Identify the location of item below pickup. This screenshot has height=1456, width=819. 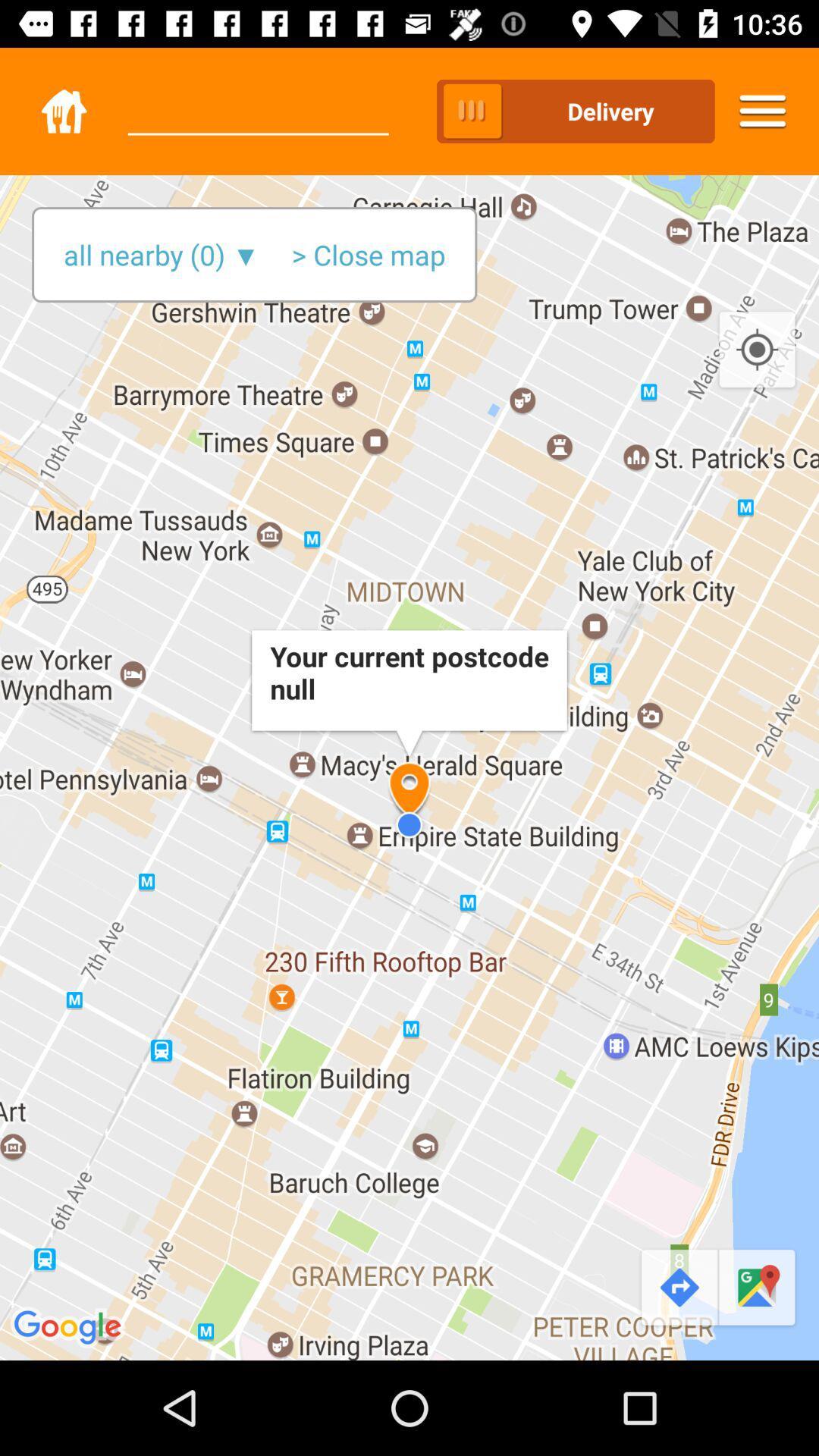
(369, 255).